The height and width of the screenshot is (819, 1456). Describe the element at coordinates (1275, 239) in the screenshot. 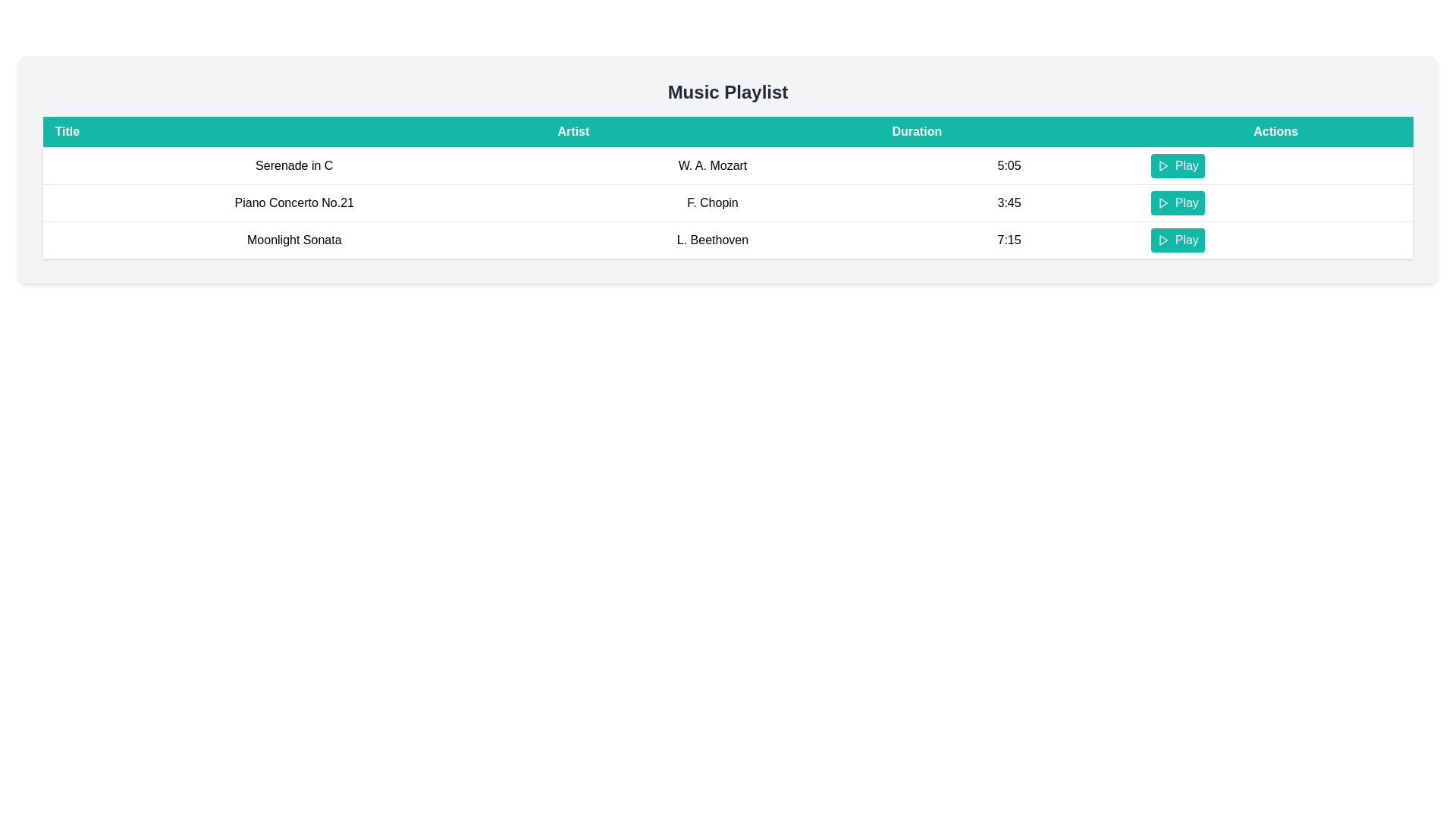

I see `the 'Play' button with a green background located in the 'Actions' column of the last row of the music playlist table for the 'Moonlight Sonata' entry` at that location.